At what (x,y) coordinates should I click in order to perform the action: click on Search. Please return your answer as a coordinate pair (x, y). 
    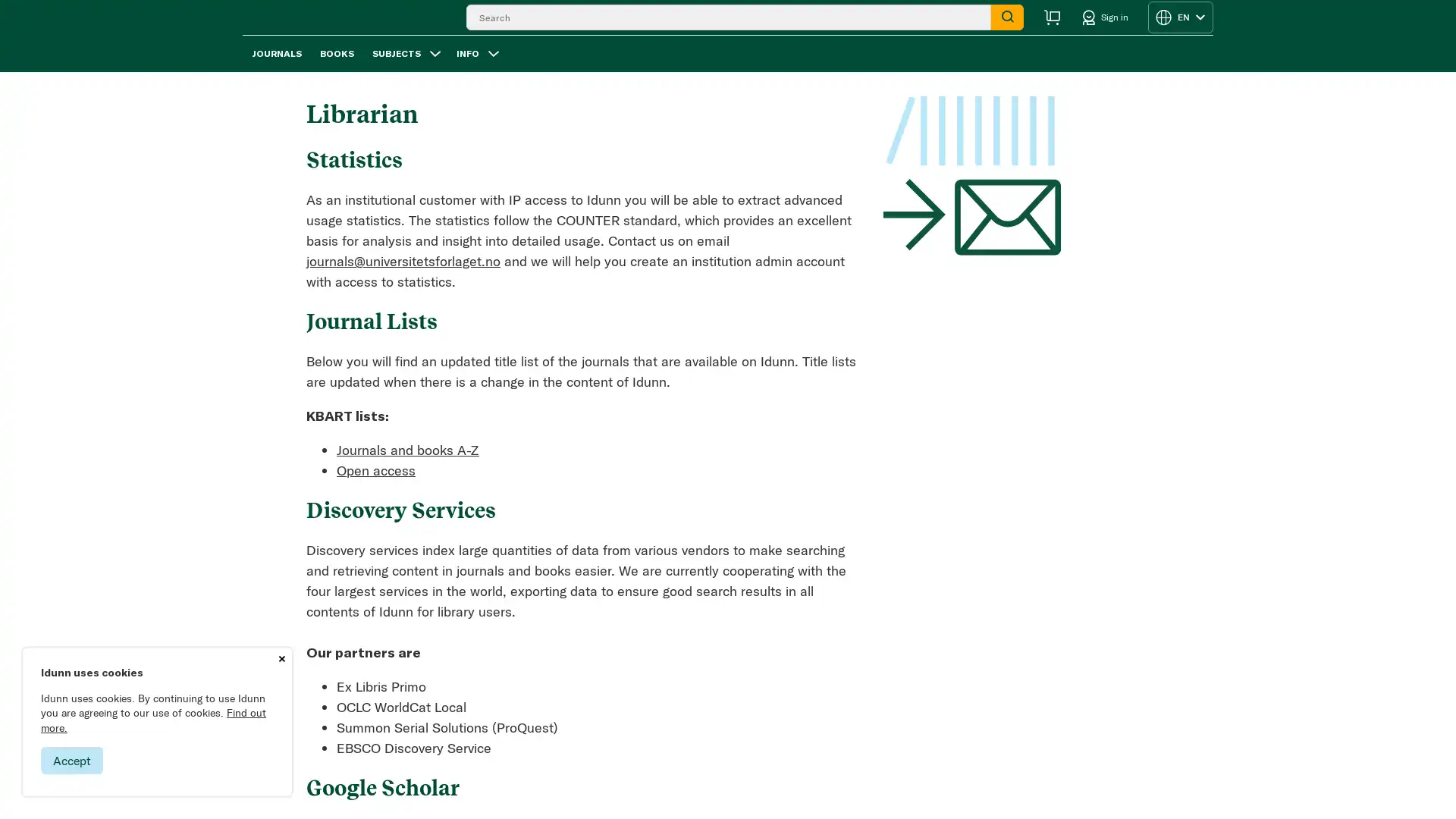
    Looking at the image, I should click on (1007, 26).